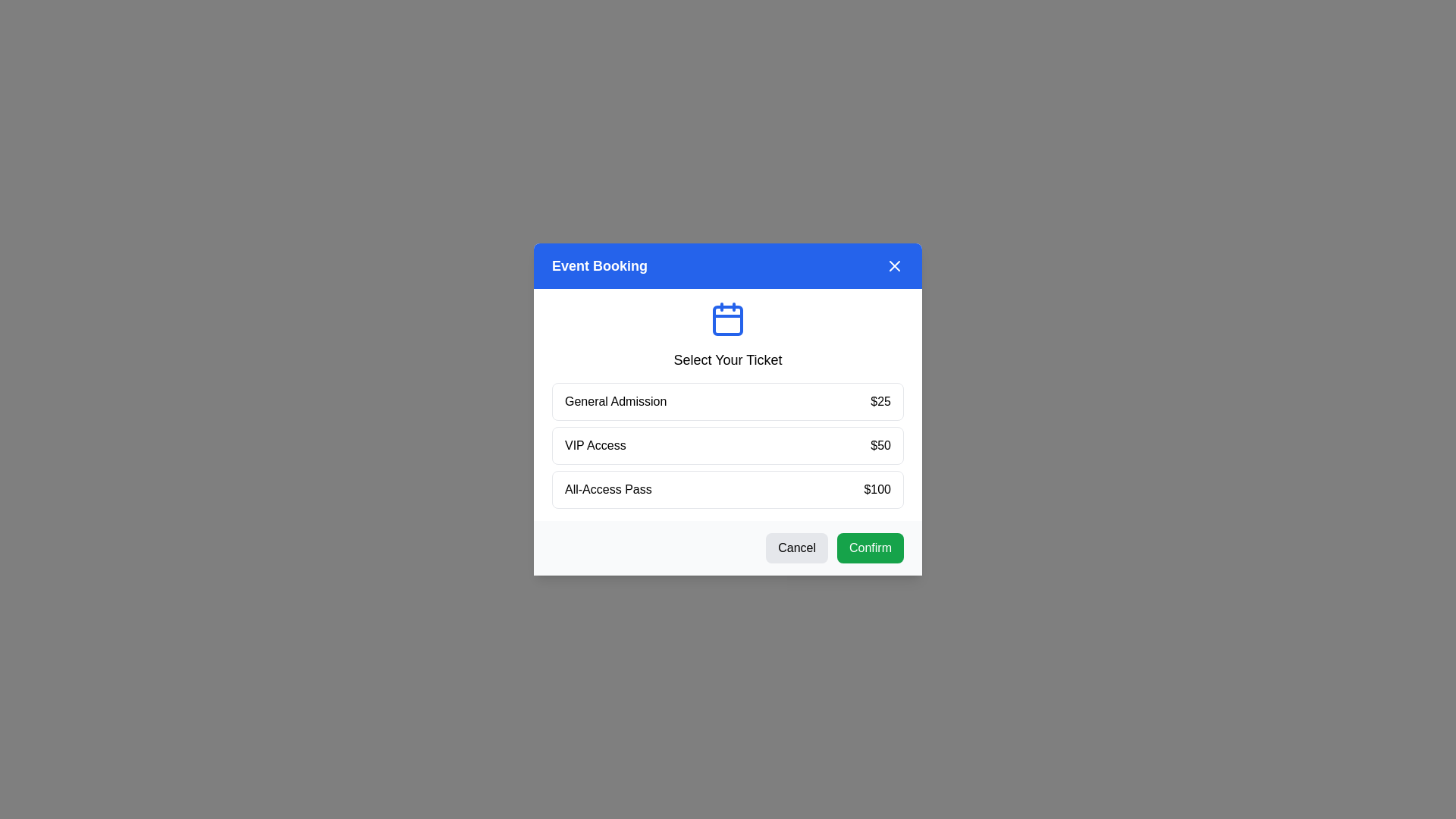 This screenshot has height=819, width=1456. I want to click on the decorative visual component that is a rectangular shape with rounded corners, located centrally within the calendar icon in the header of the dialog box, so click(728, 320).